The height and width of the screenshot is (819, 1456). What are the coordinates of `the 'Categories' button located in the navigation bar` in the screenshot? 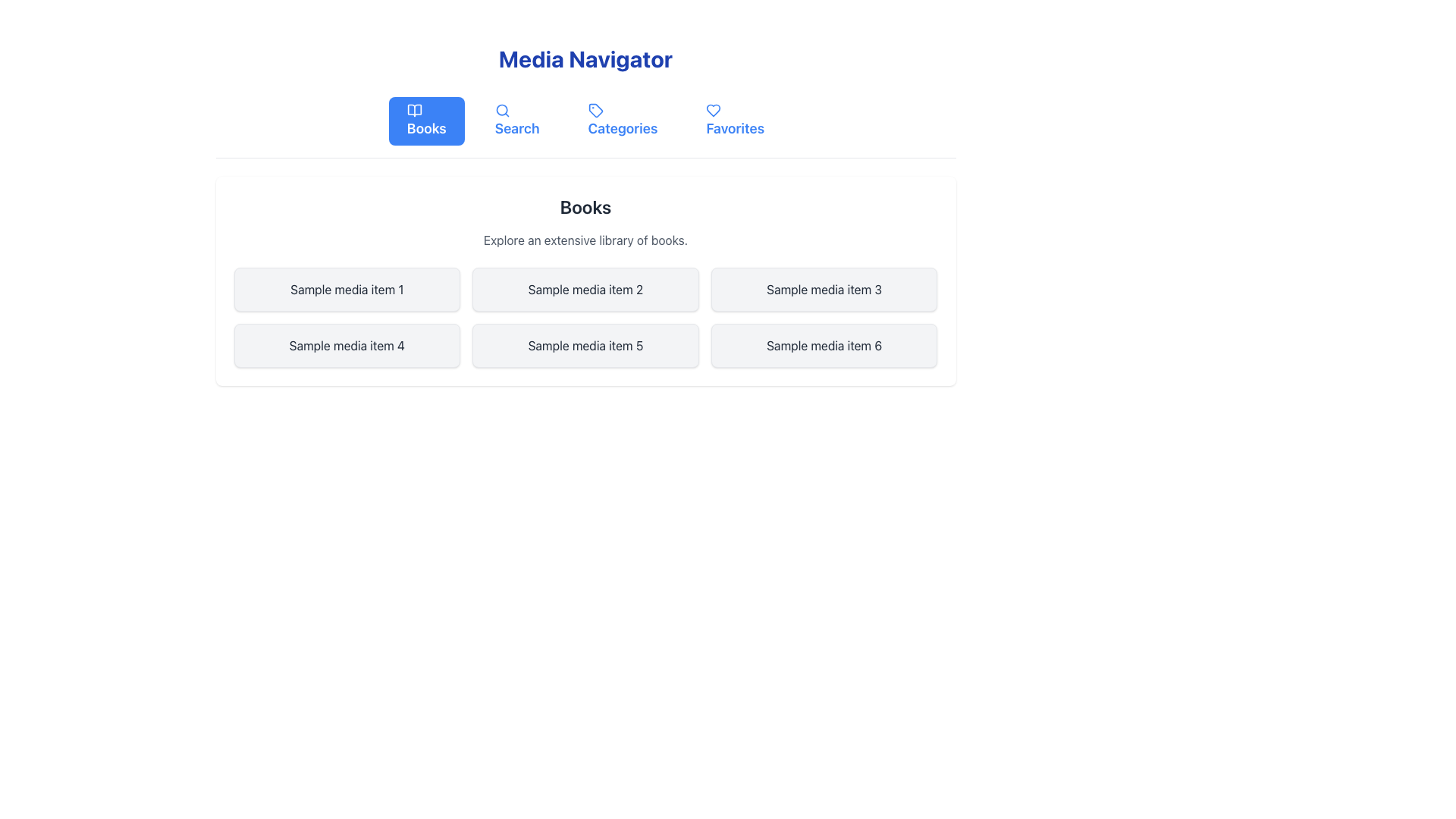 It's located at (623, 120).